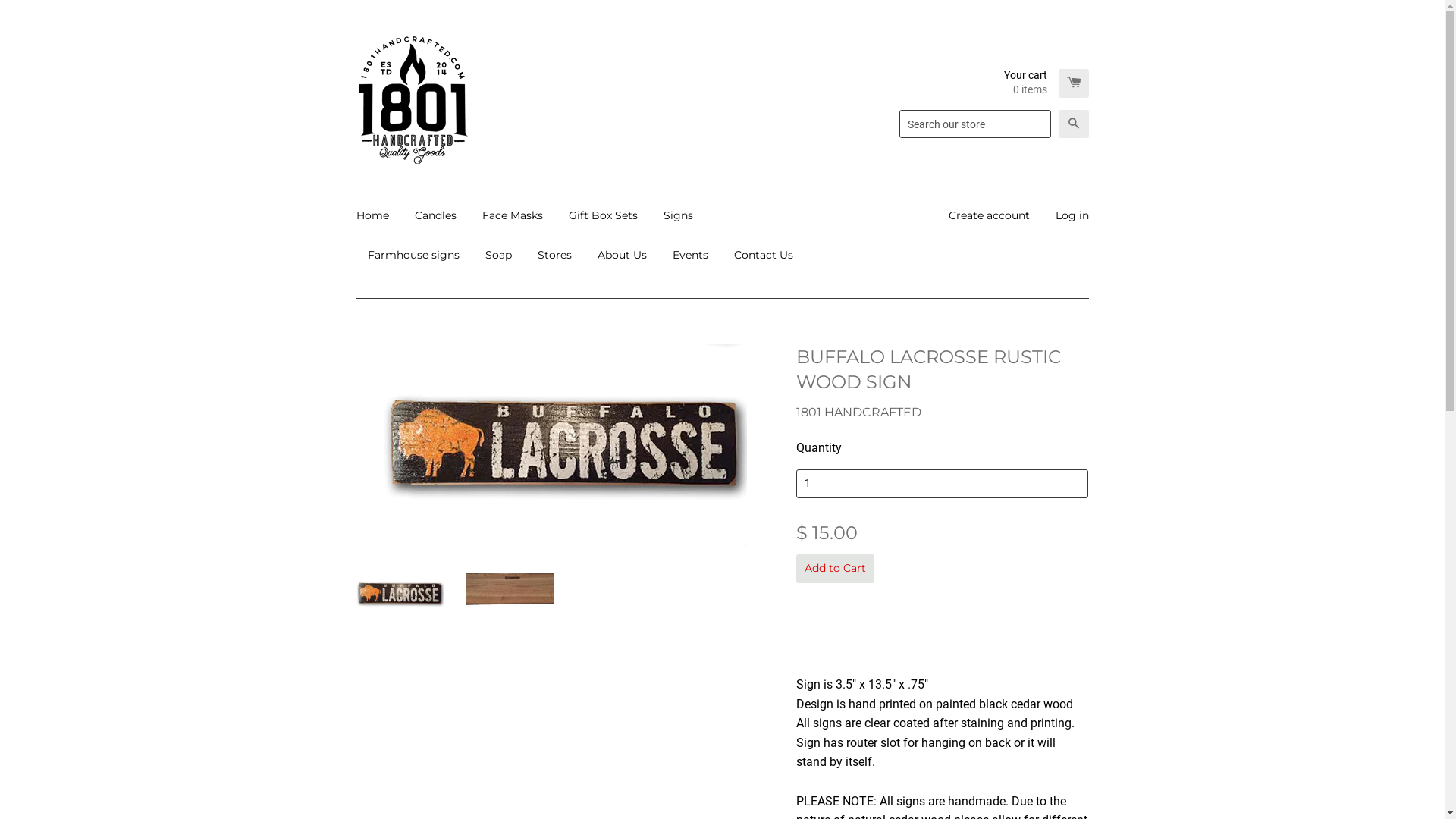  What do you see at coordinates (469, 215) in the screenshot?
I see `'Face Masks'` at bounding box center [469, 215].